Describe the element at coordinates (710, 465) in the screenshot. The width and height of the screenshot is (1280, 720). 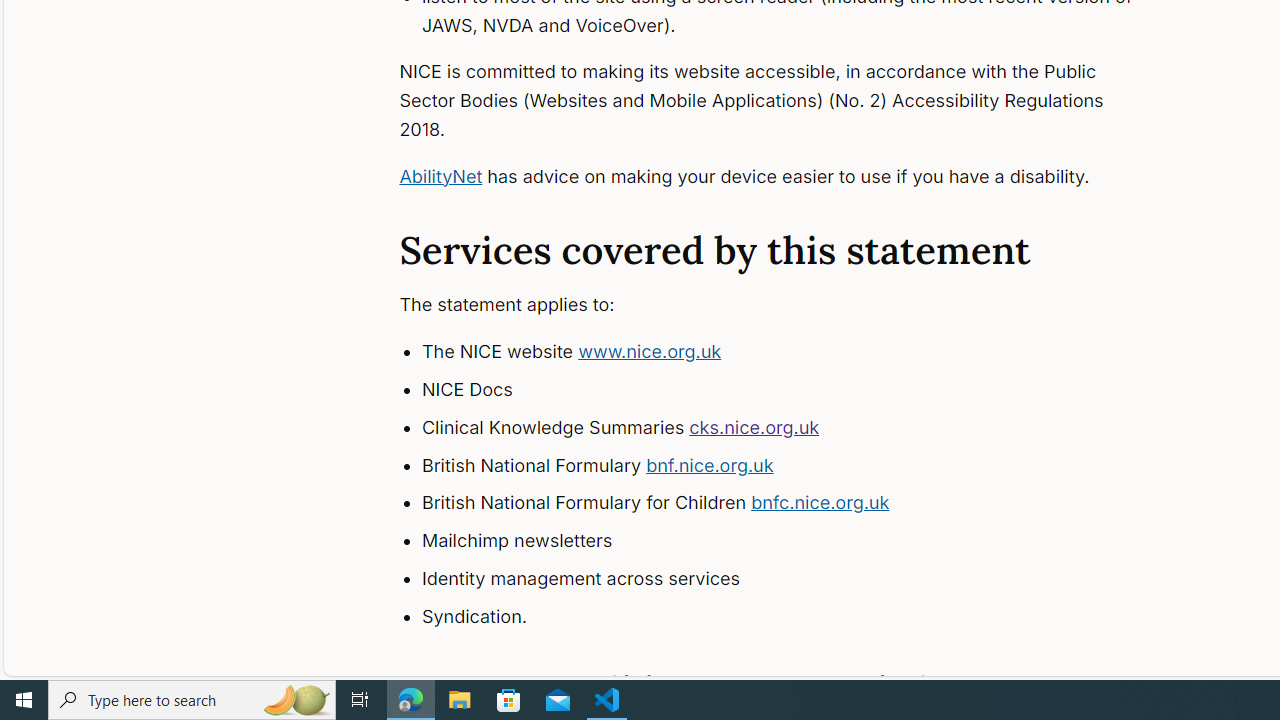
I see `'bnf.nice.org.uk'` at that location.